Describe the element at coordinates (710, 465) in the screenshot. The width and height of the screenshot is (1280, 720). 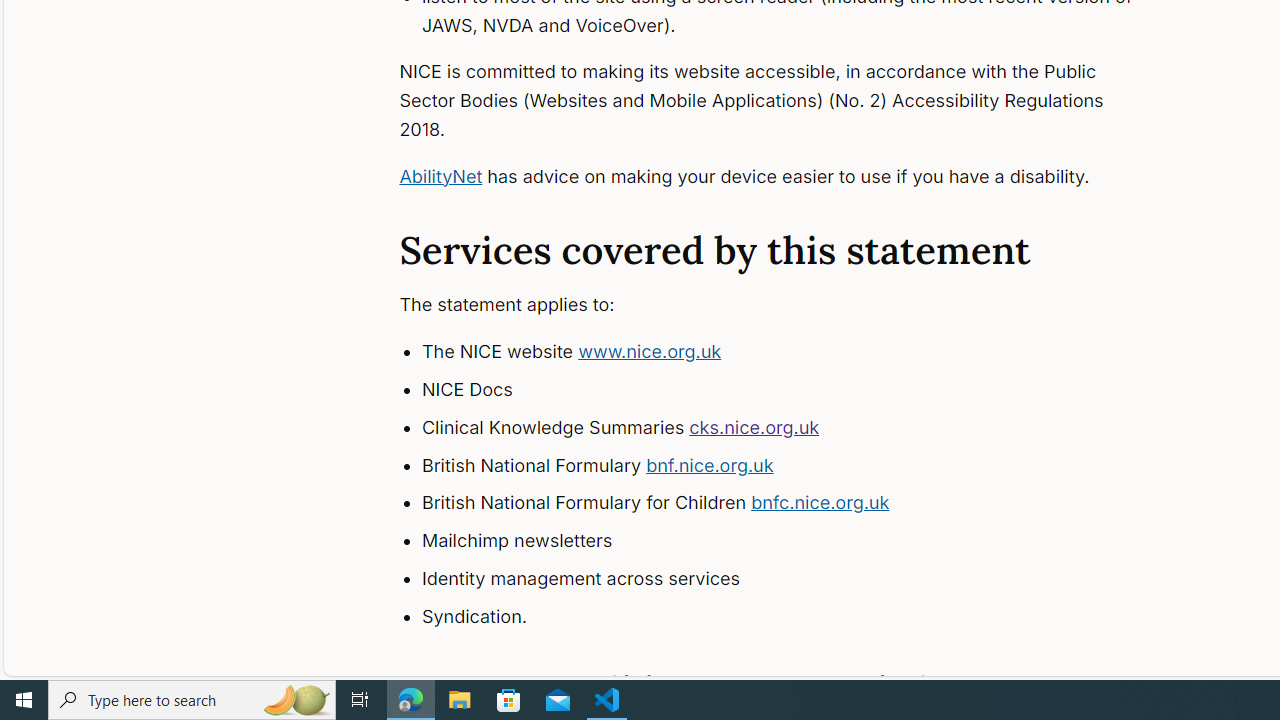
I see `'bnf.nice.org.uk'` at that location.